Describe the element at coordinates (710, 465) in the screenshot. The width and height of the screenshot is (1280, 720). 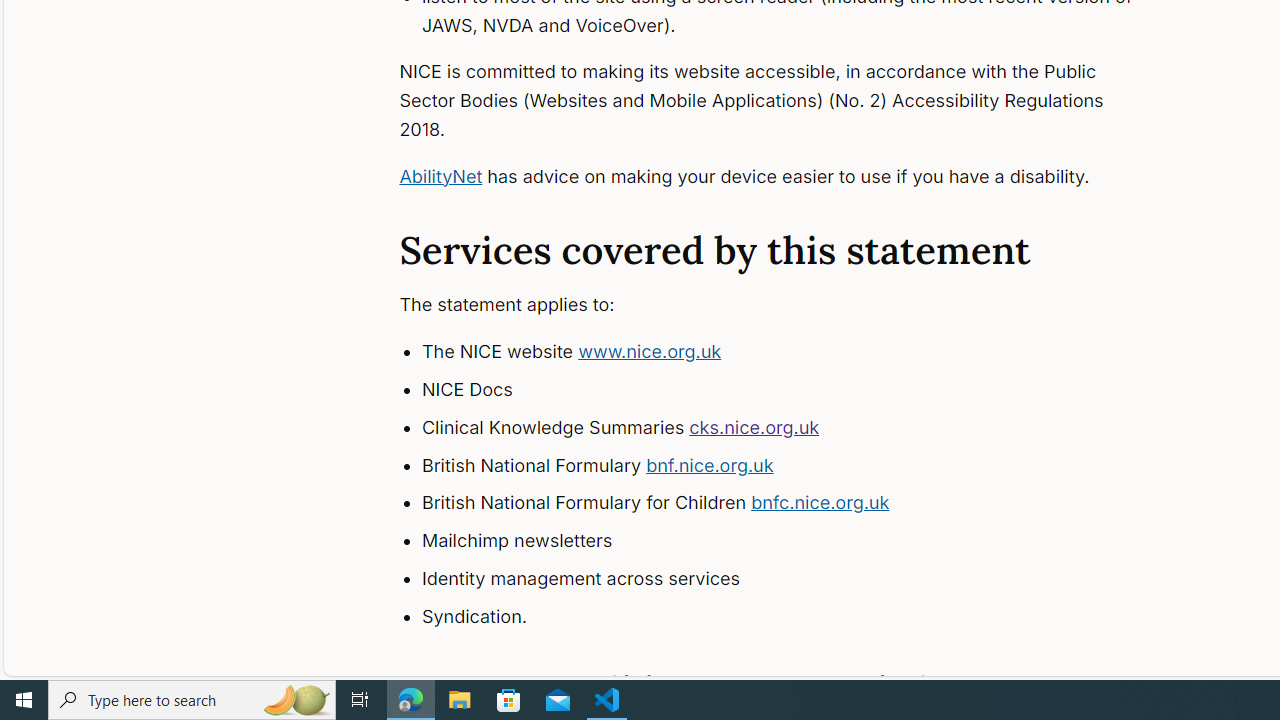
I see `'bnf.nice.org.uk'` at that location.